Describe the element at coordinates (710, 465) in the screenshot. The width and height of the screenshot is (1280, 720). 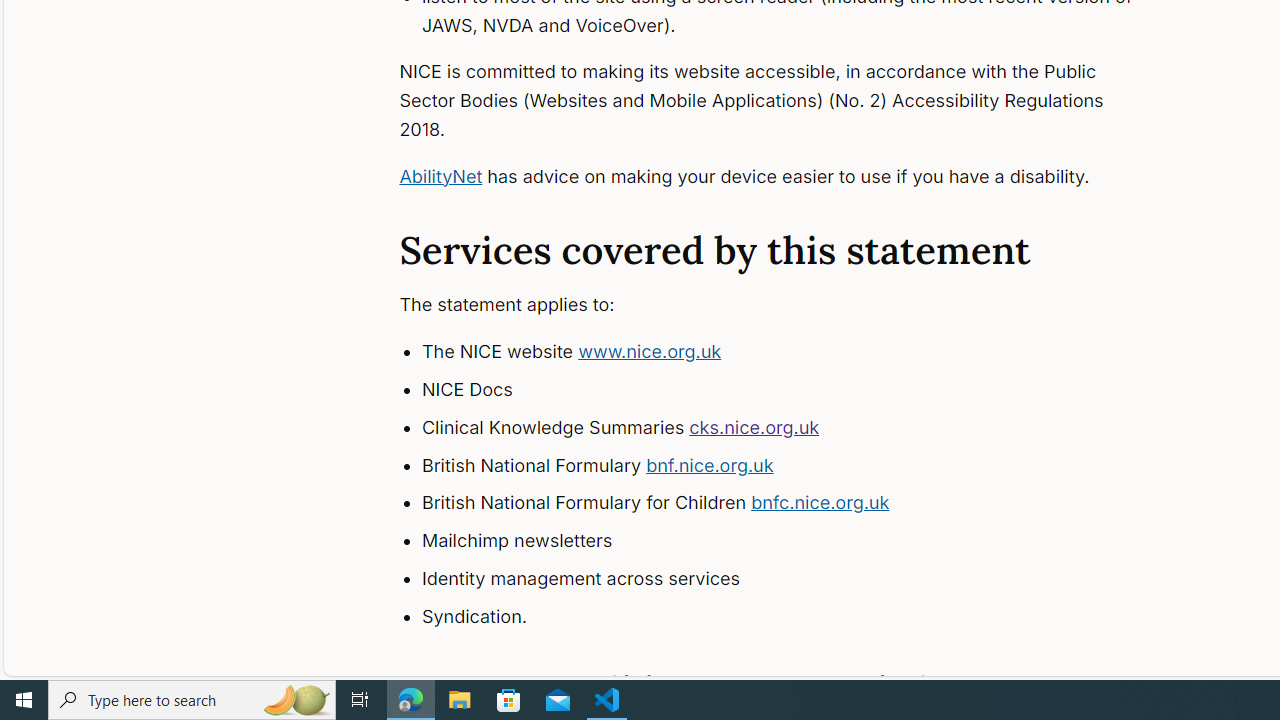
I see `'bnf.nice.org.uk'` at that location.